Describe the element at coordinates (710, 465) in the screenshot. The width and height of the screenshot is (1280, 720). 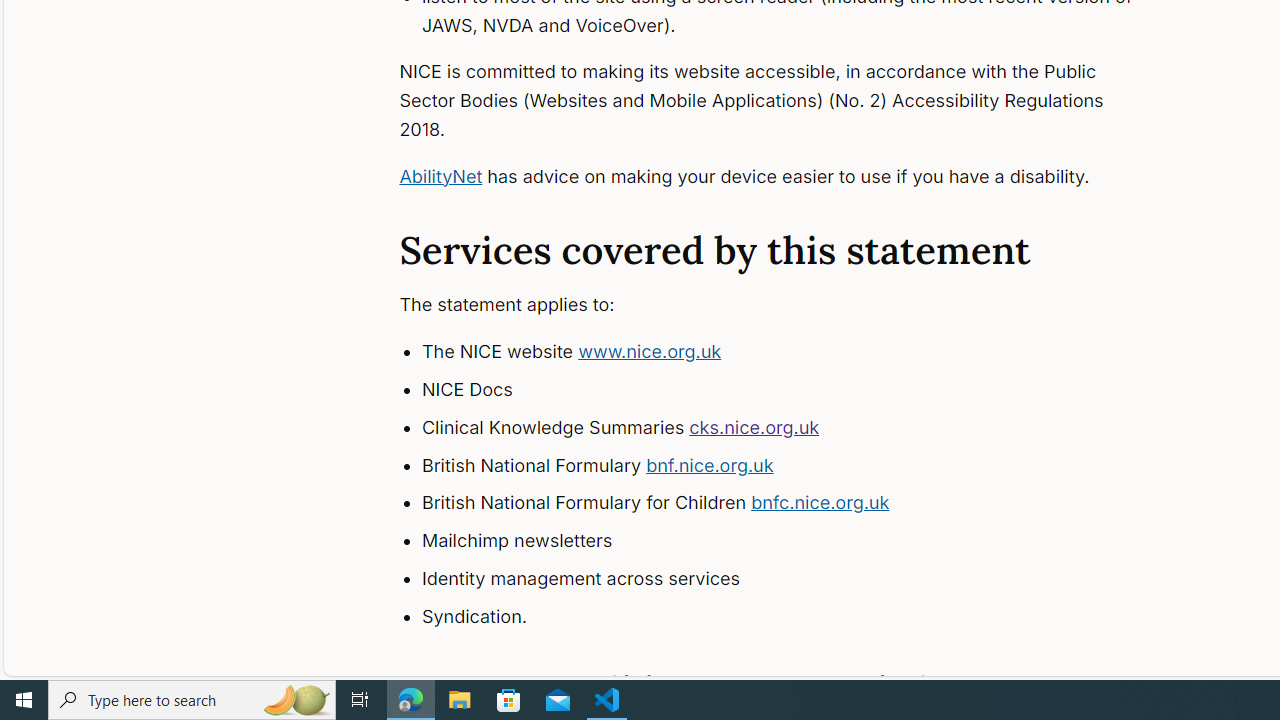
I see `'bnf.nice.org.uk'` at that location.